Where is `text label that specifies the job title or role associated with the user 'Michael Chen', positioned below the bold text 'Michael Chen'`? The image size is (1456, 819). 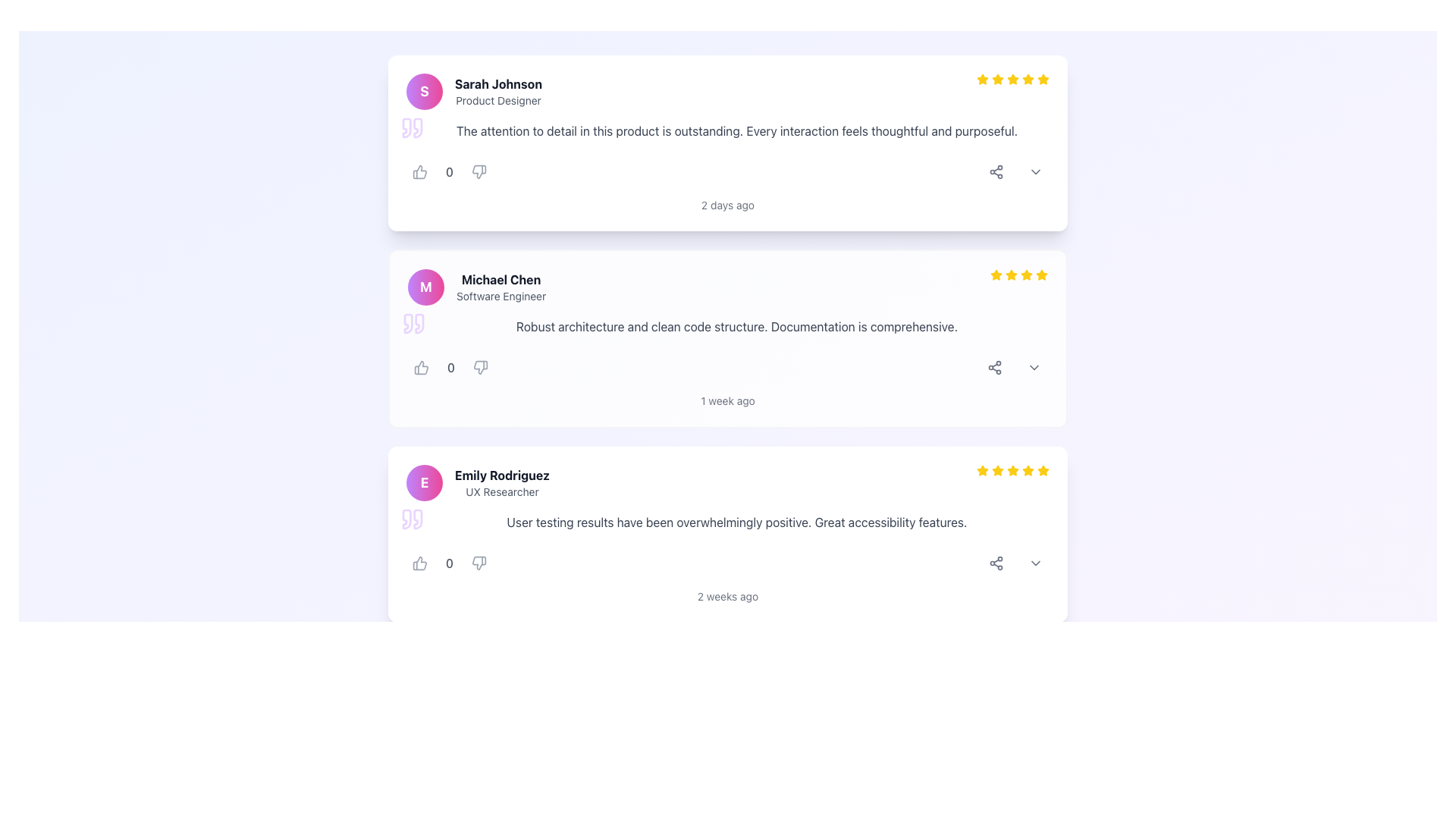
text label that specifies the job title or role associated with the user 'Michael Chen', positioned below the bold text 'Michael Chen' is located at coordinates (501, 296).